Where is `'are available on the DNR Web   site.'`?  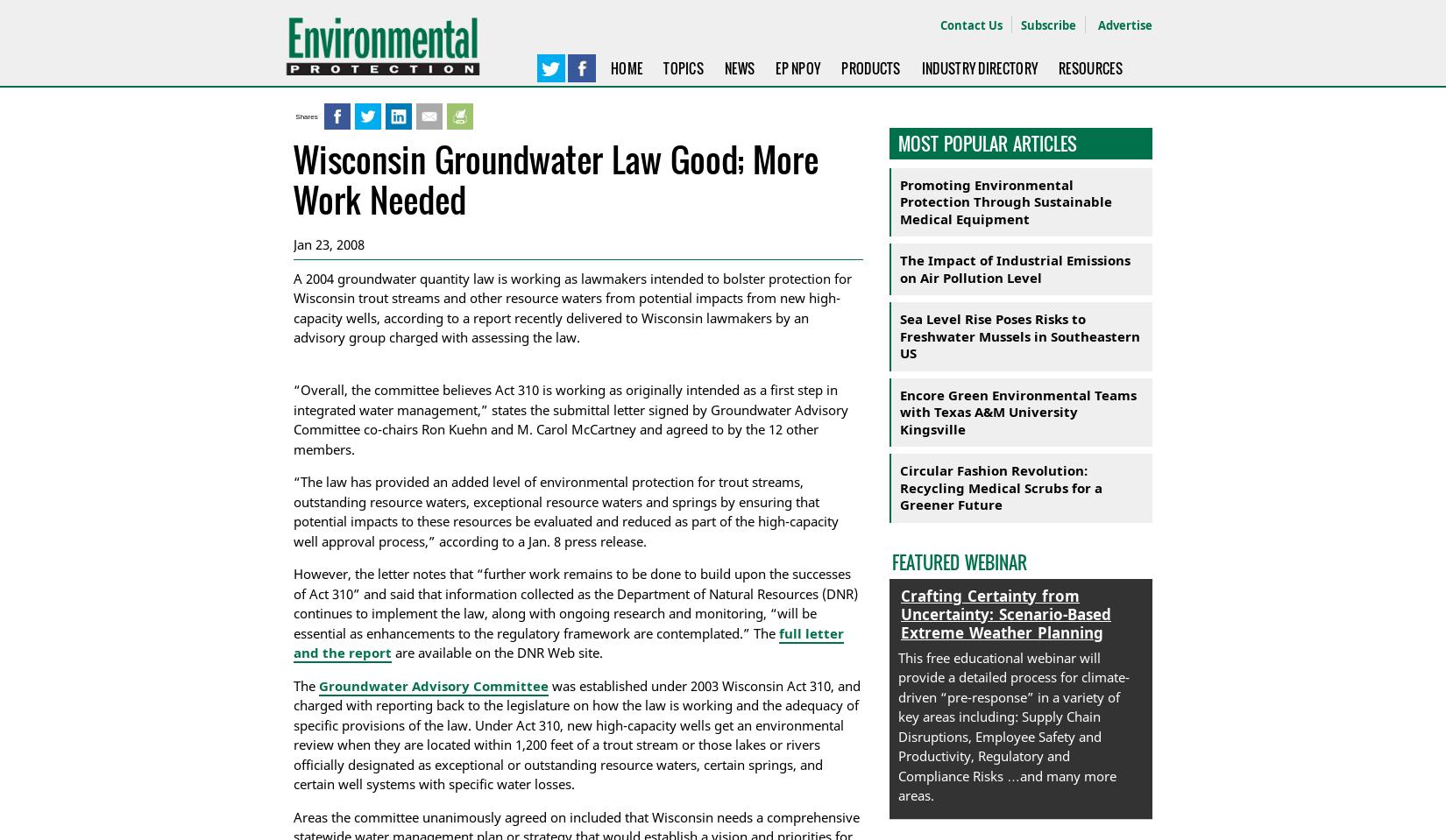
'are available on the DNR Web   site.' is located at coordinates (390, 652).